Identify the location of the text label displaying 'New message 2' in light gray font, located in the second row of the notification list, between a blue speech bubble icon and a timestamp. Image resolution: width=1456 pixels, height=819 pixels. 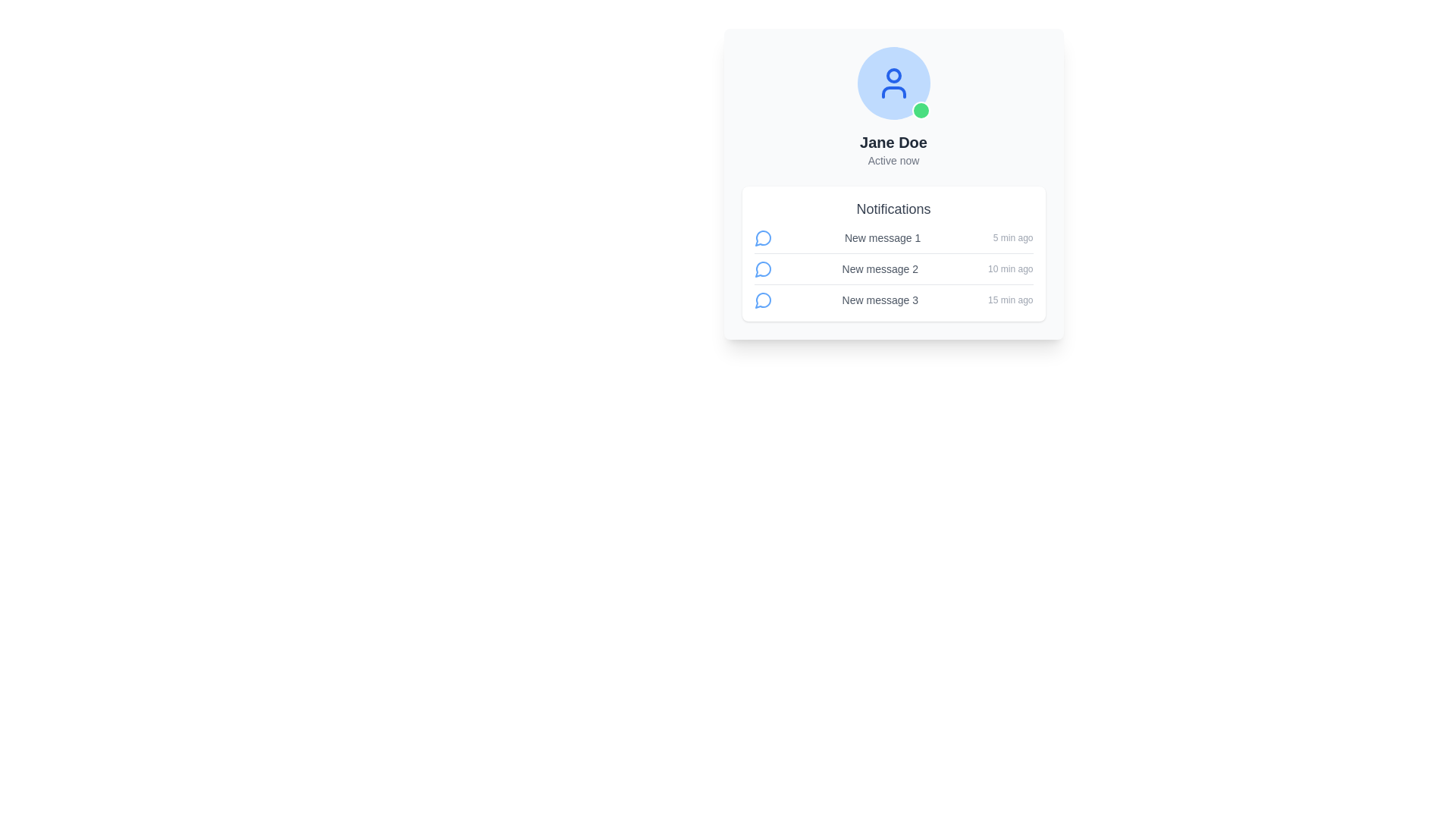
(880, 268).